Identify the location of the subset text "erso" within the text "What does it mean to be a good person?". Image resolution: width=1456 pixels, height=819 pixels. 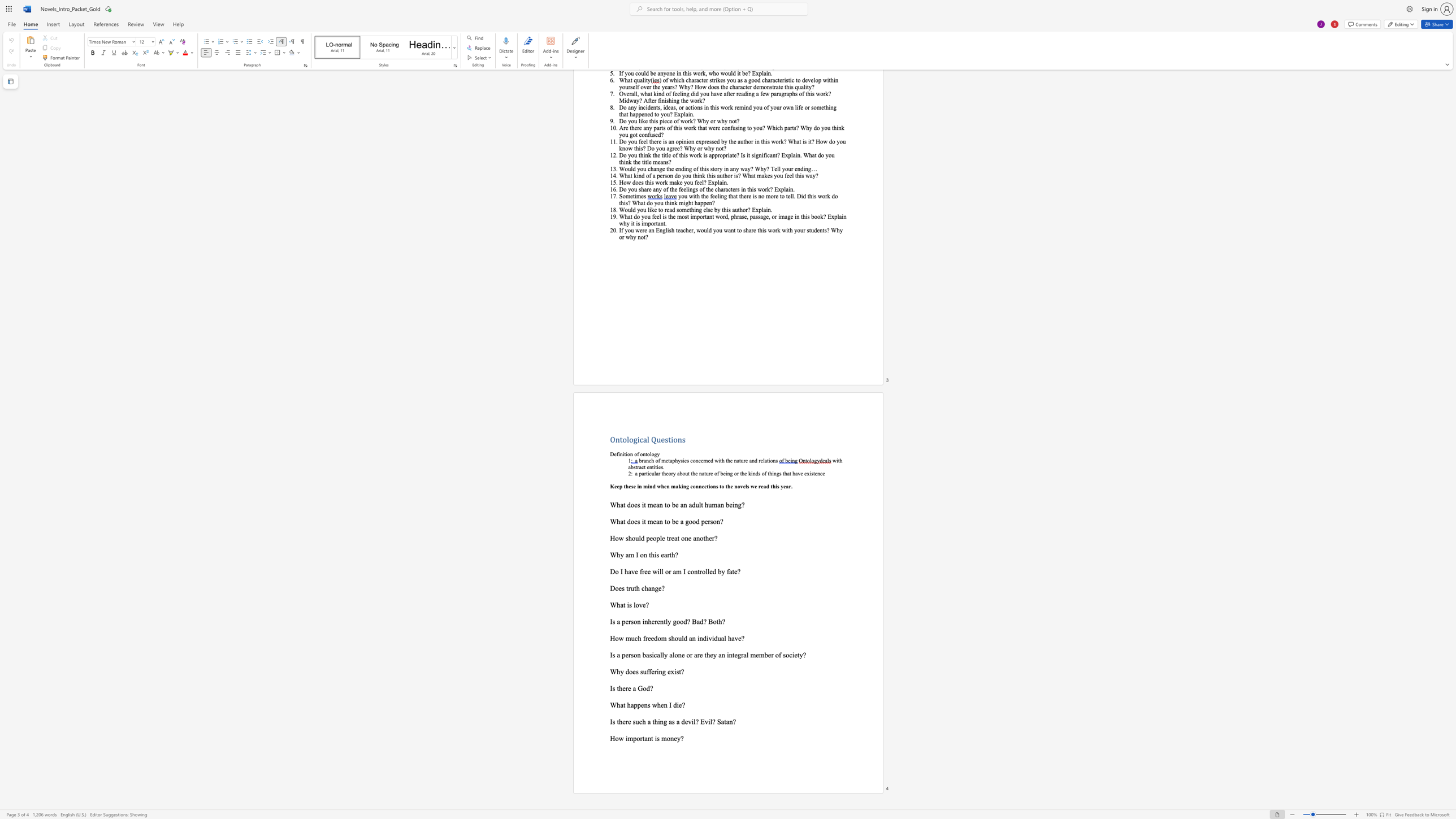
(704, 521).